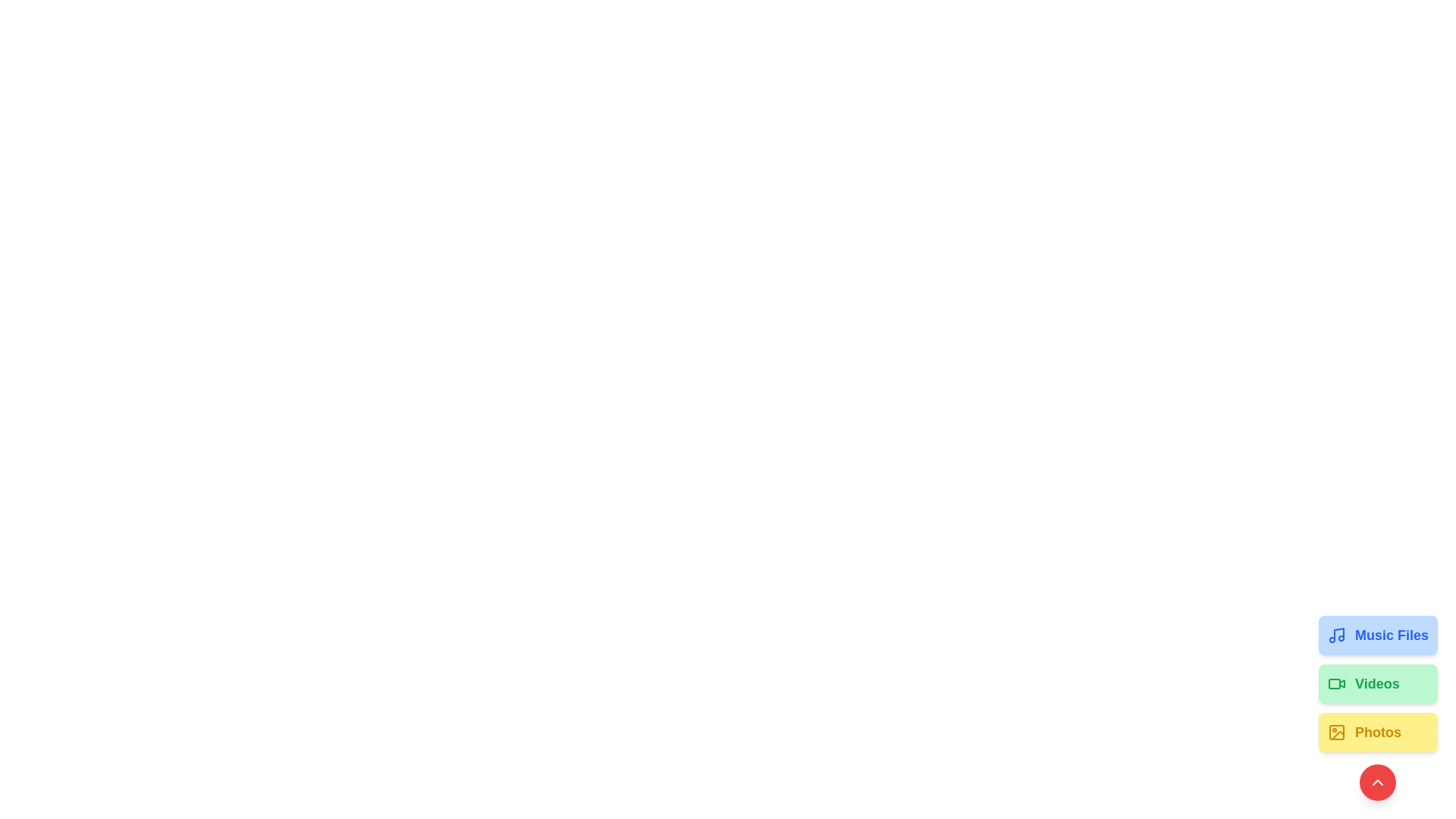 The width and height of the screenshot is (1456, 819). I want to click on the 'Videos' button, so click(1378, 684).